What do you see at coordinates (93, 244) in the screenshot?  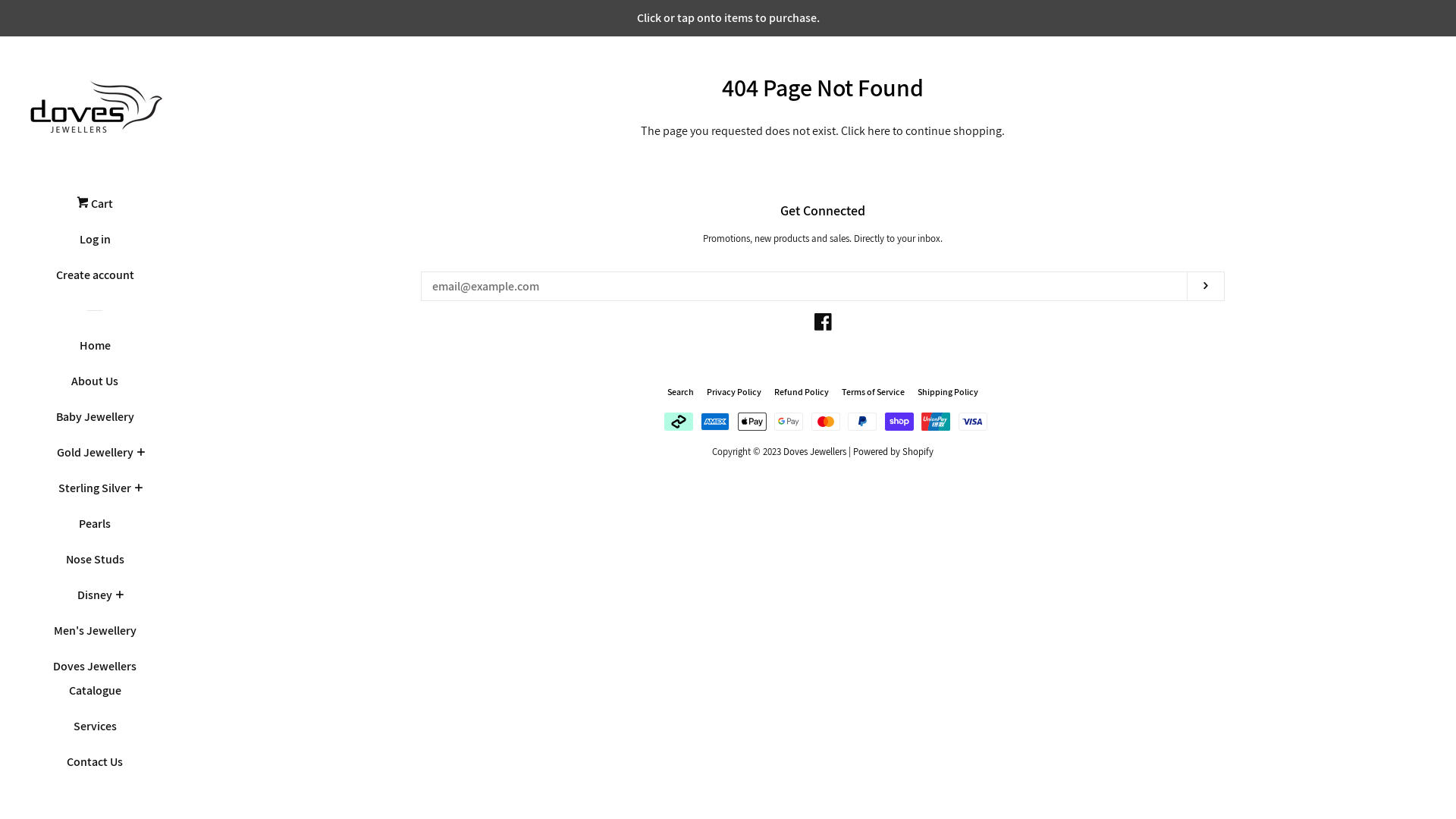 I see `'Log in'` at bounding box center [93, 244].